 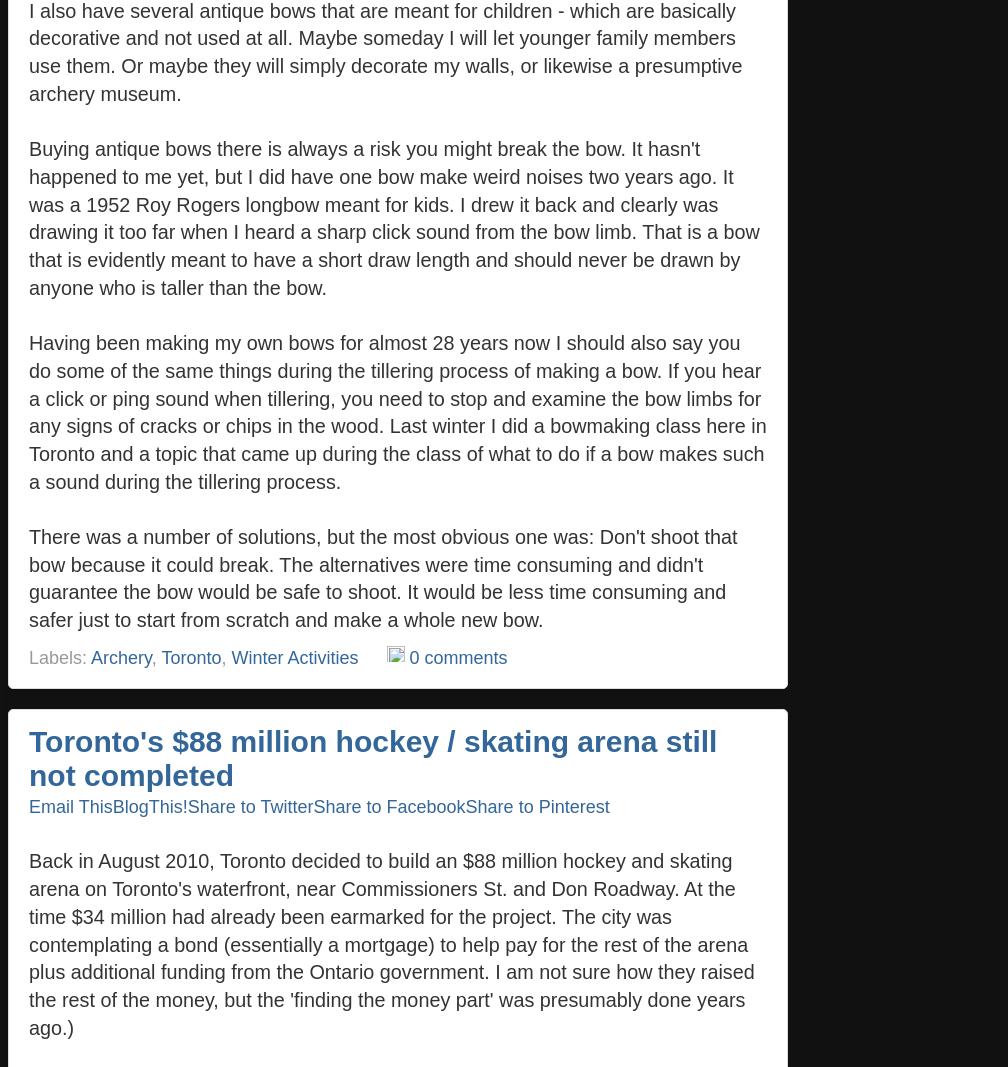 I want to click on 'Back in August 2010, Toronto decided to build an $88 million hockey and skating arena on  Toronto's waterfront, near Commissioners St. and Don Roadway. At the time $34  million had already been earmarked for the project. The city was contemplating a bond (essentially a mortgage) to help pay for the rest  of the arena plus additional funding from the Ontario government. I am not sure how they raised the rest of the money, but the 'finding the money part' was presumably done years ago.)', so click(x=29, y=943).